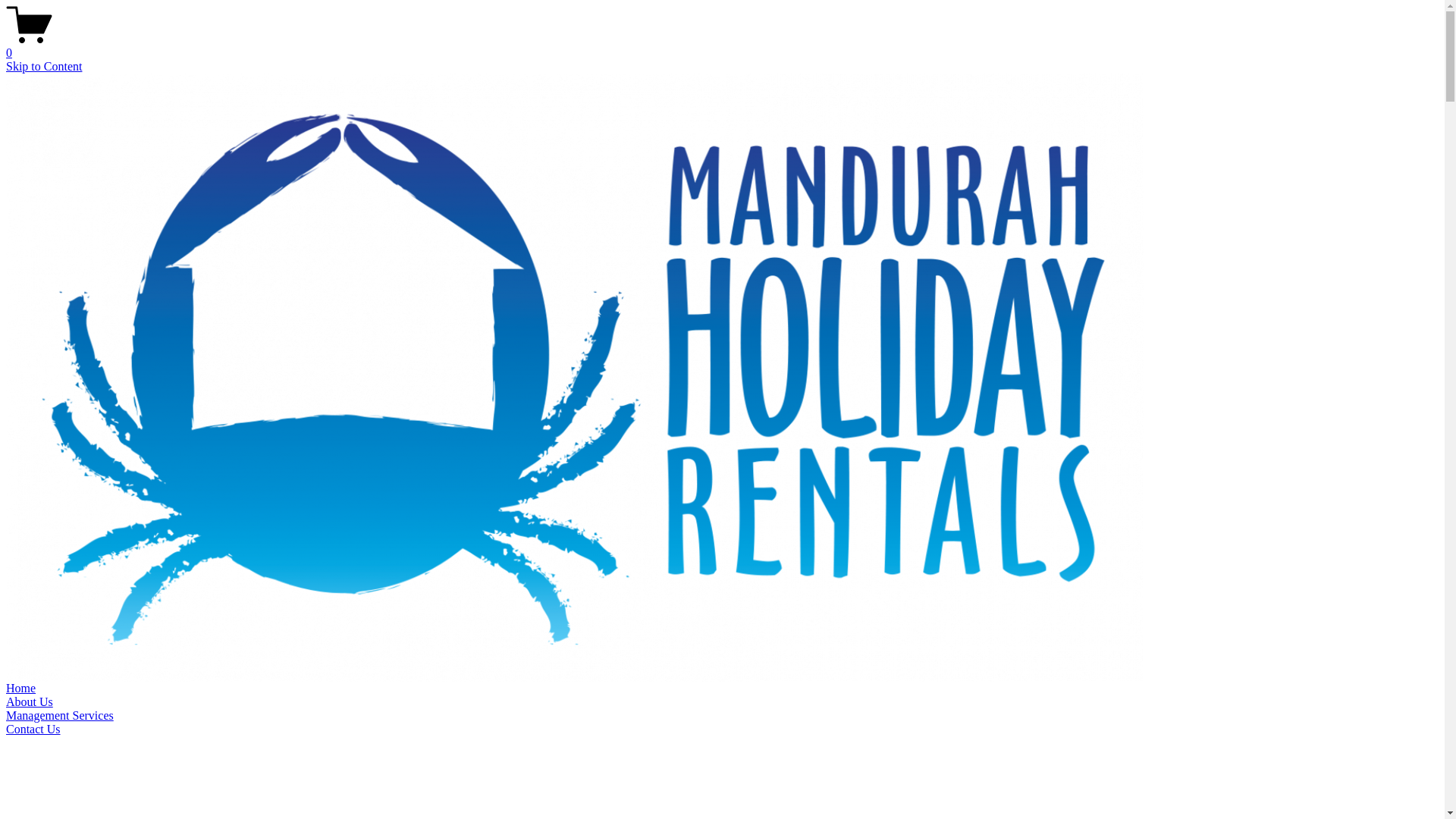  What do you see at coordinates (20, 688) in the screenshot?
I see `'Home'` at bounding box center [20, 688].